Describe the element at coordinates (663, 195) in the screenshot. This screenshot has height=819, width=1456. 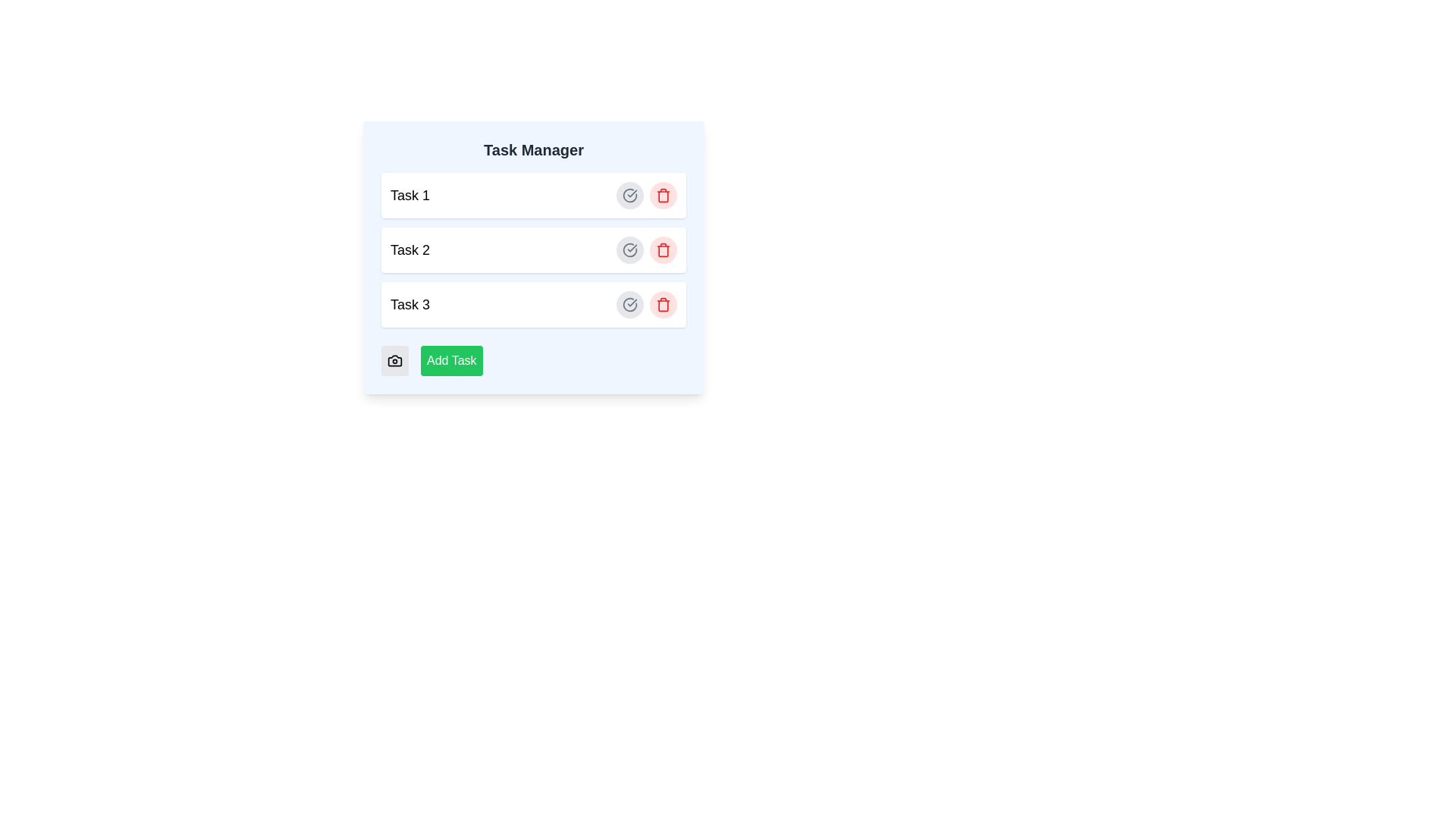
I see `the small, circular red delete button with a white trash can icon located on the rightmost edge of the first row in the task list` at that location.